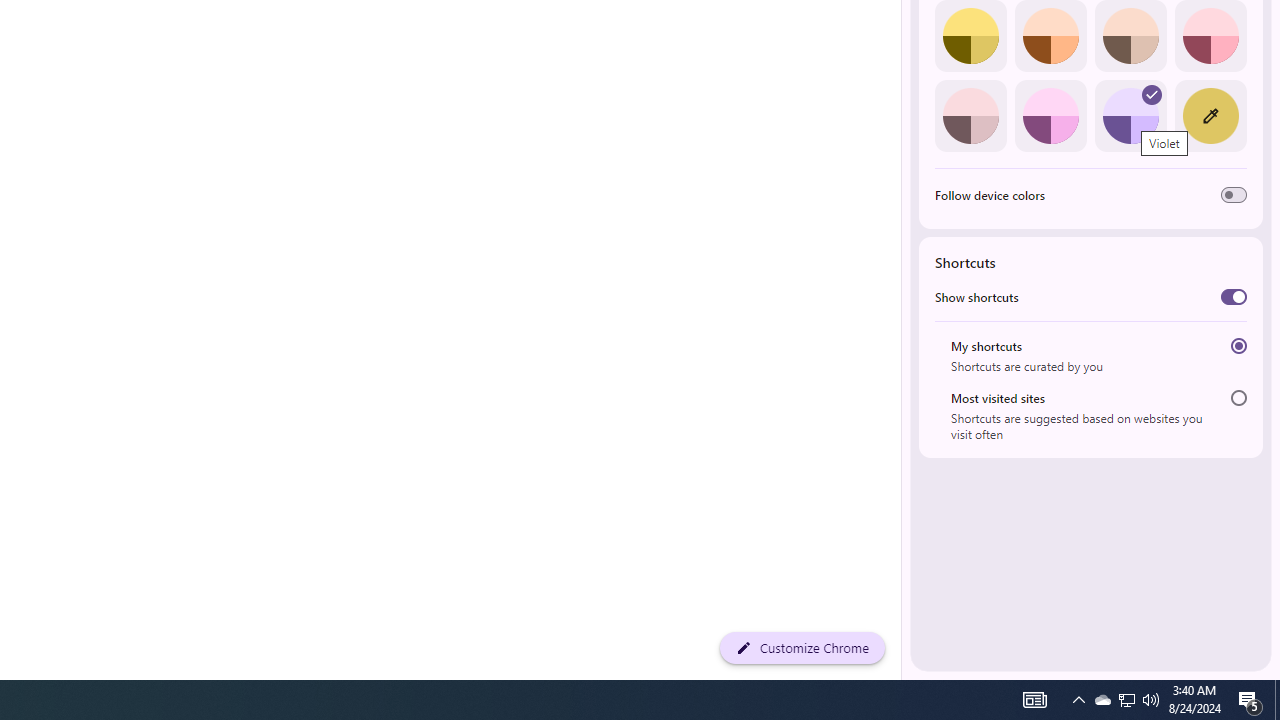  What do you see at coordinates (1130, 36) in the screenshot?
I see `'Apricot'` at bounding box center [1130, 36].